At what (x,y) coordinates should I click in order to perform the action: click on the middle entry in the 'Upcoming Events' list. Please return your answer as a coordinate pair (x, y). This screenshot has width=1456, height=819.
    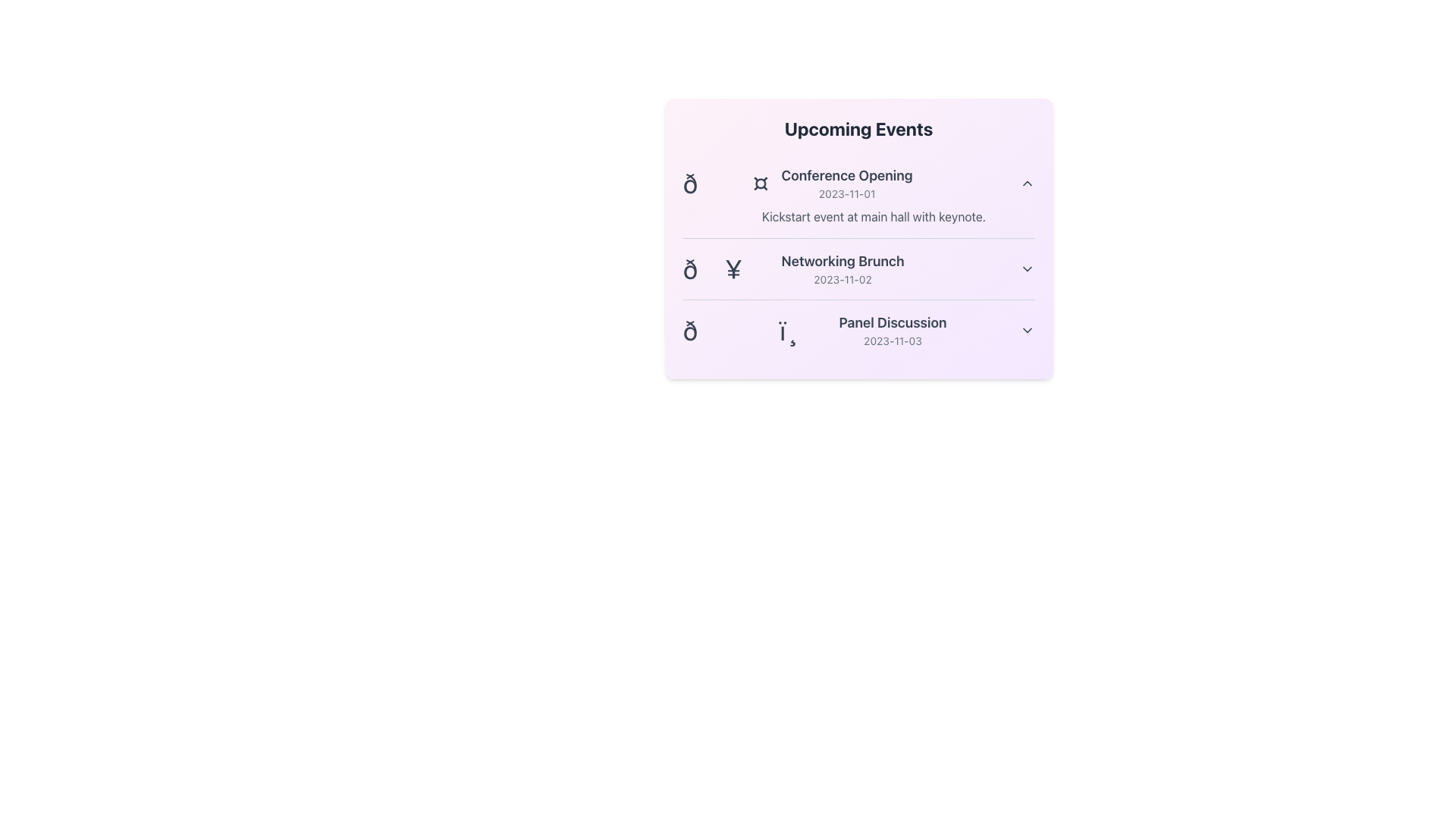
    Looking at the image, I should click on (858, 268).